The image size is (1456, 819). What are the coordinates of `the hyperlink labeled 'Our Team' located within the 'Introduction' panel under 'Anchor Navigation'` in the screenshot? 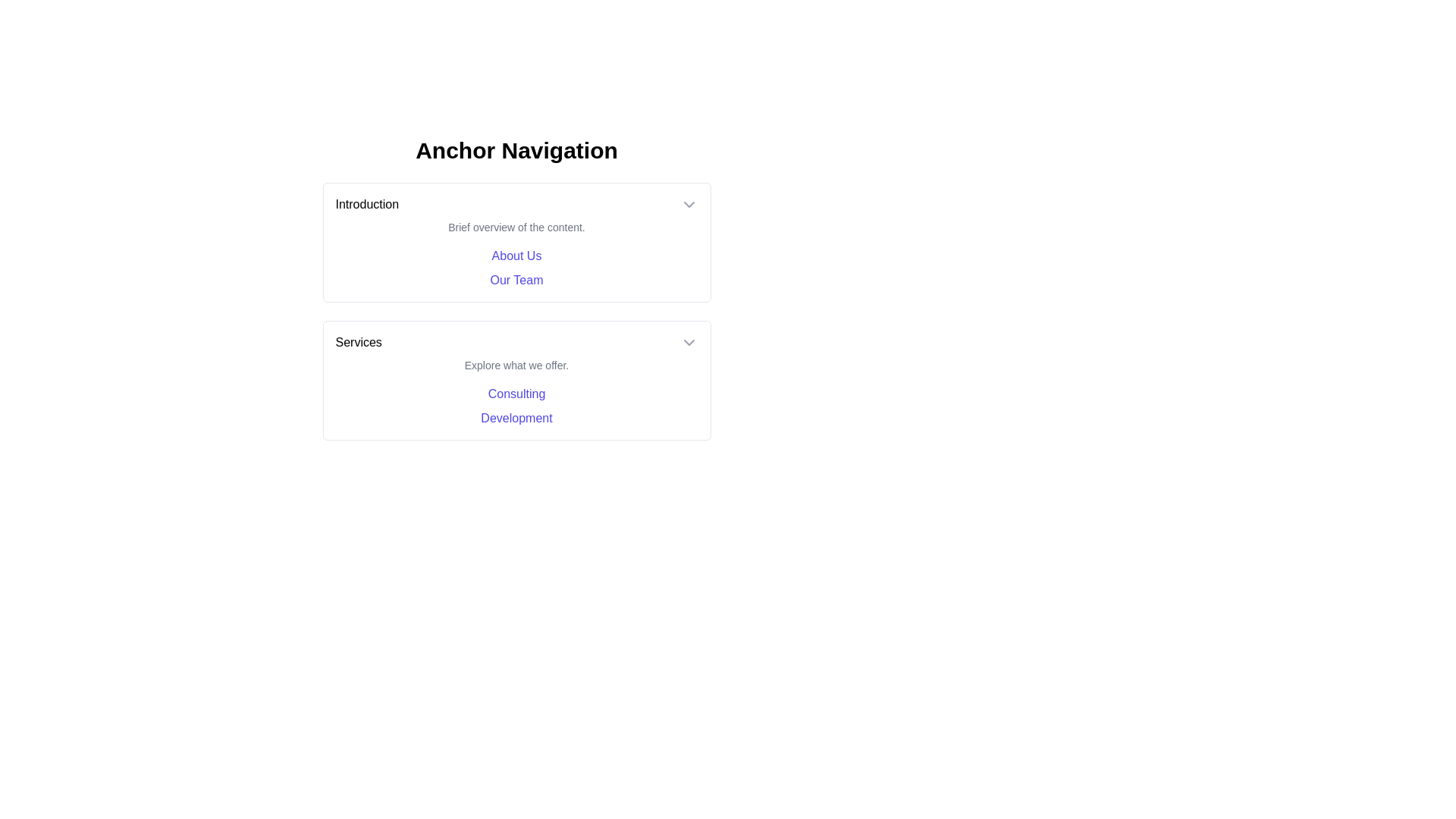 It's located at (516, 280).